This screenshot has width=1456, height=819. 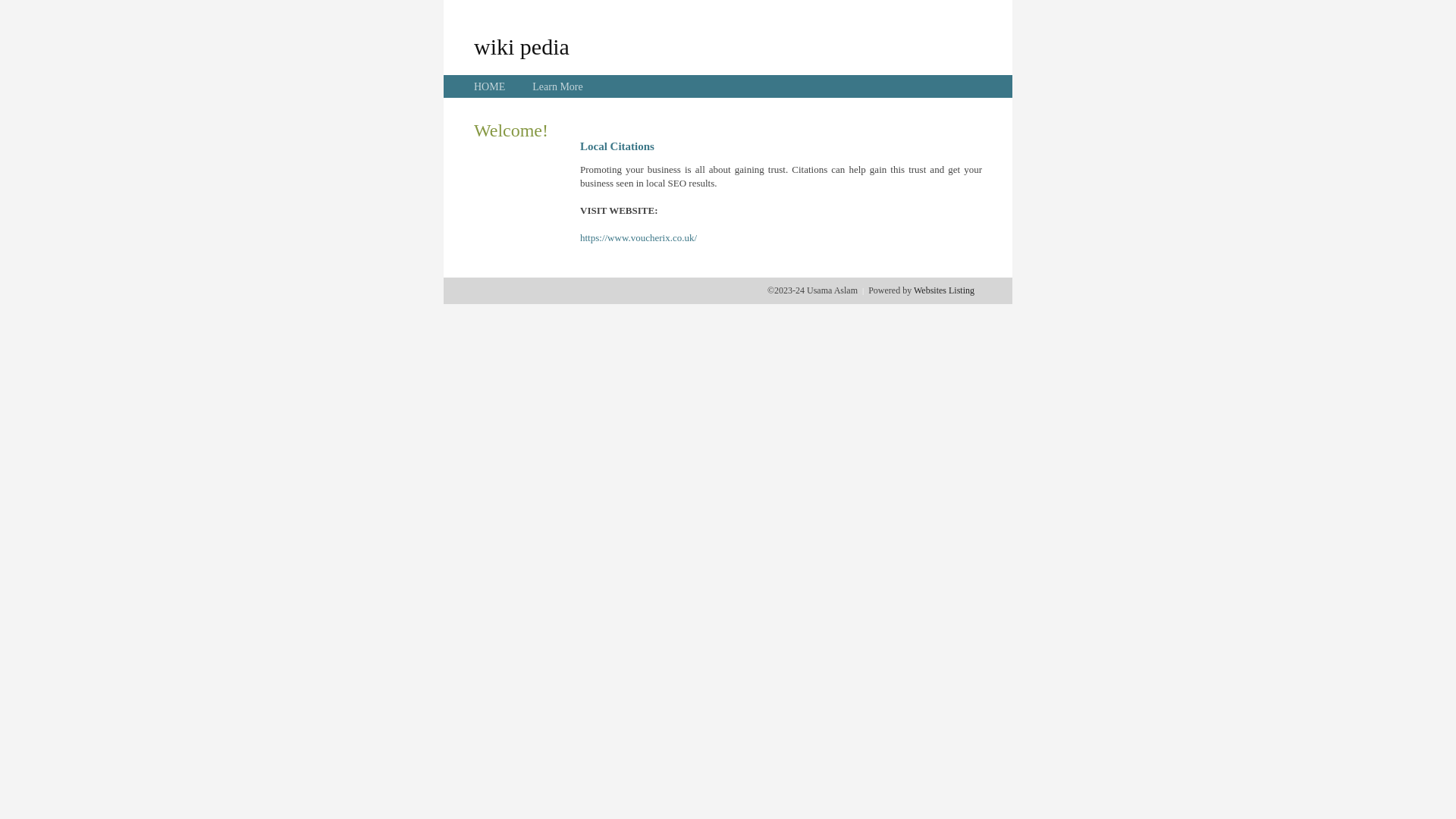 I want to click on 'Websites Listing', so click(x=912, y=290).